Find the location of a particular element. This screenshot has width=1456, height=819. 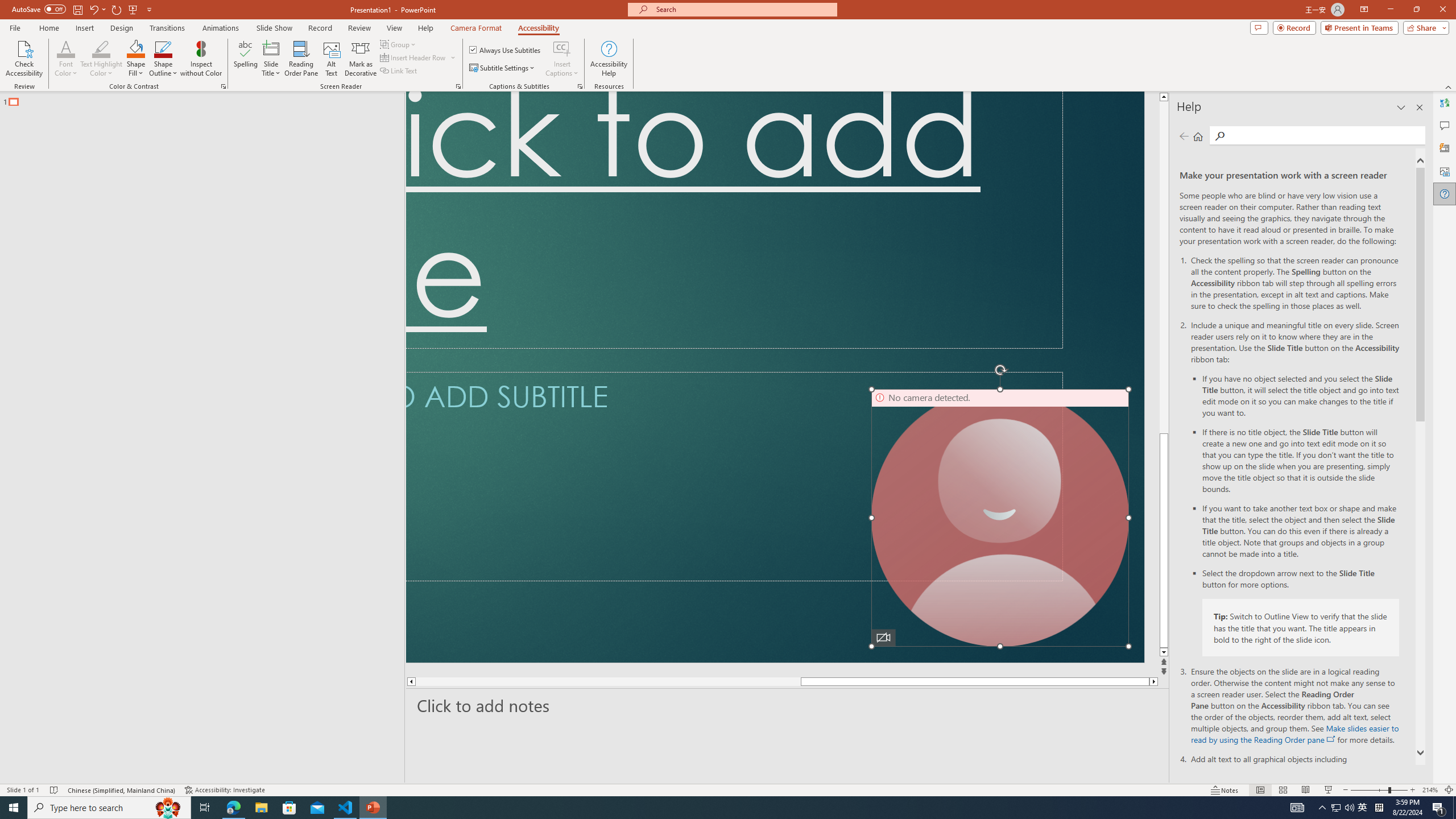

'Insert Header Row' is located at coordinates (418, 56).